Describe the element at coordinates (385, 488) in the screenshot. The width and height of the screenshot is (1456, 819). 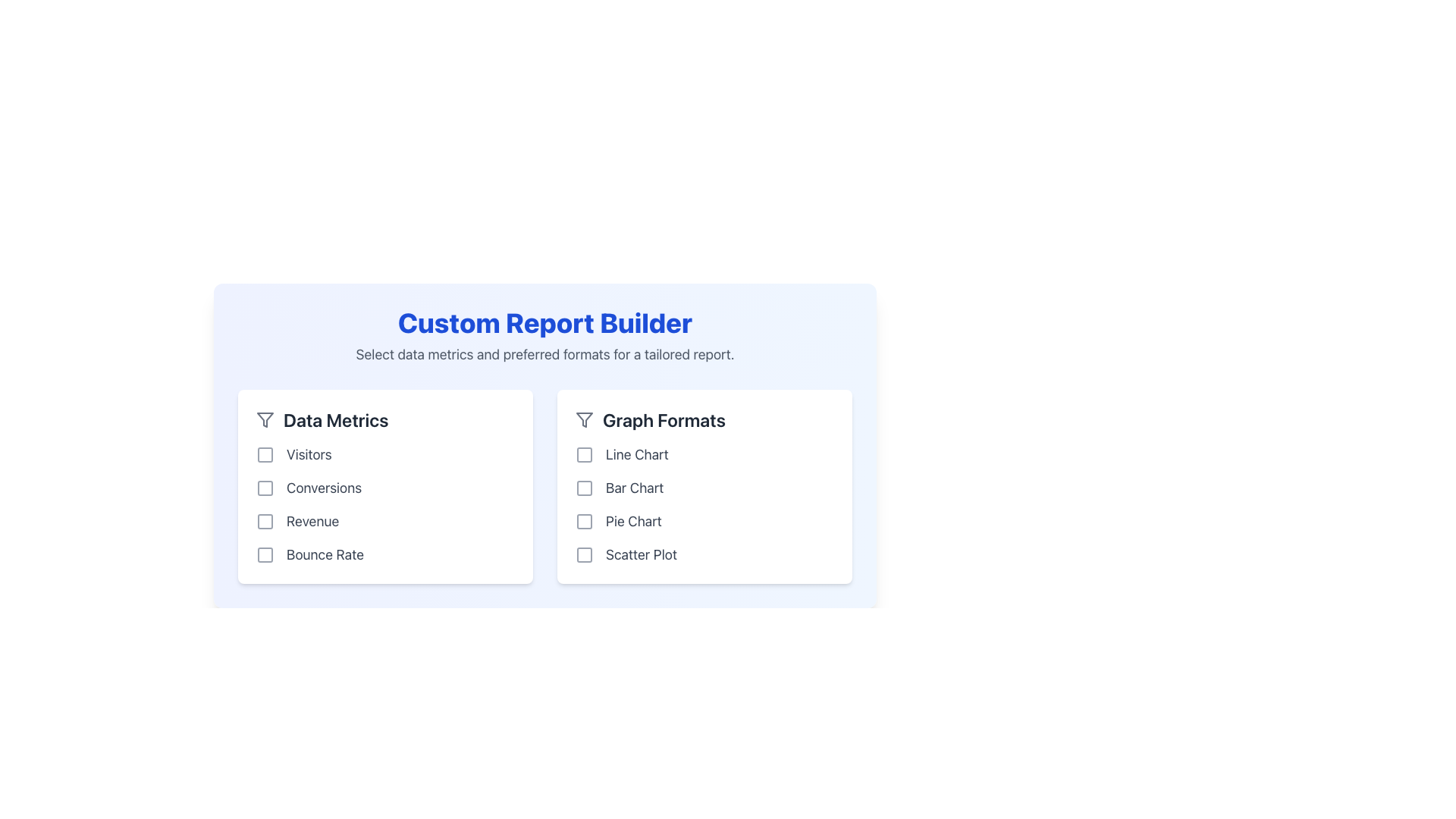
I see `the checkbox labeled 'Conversions'` at that location.